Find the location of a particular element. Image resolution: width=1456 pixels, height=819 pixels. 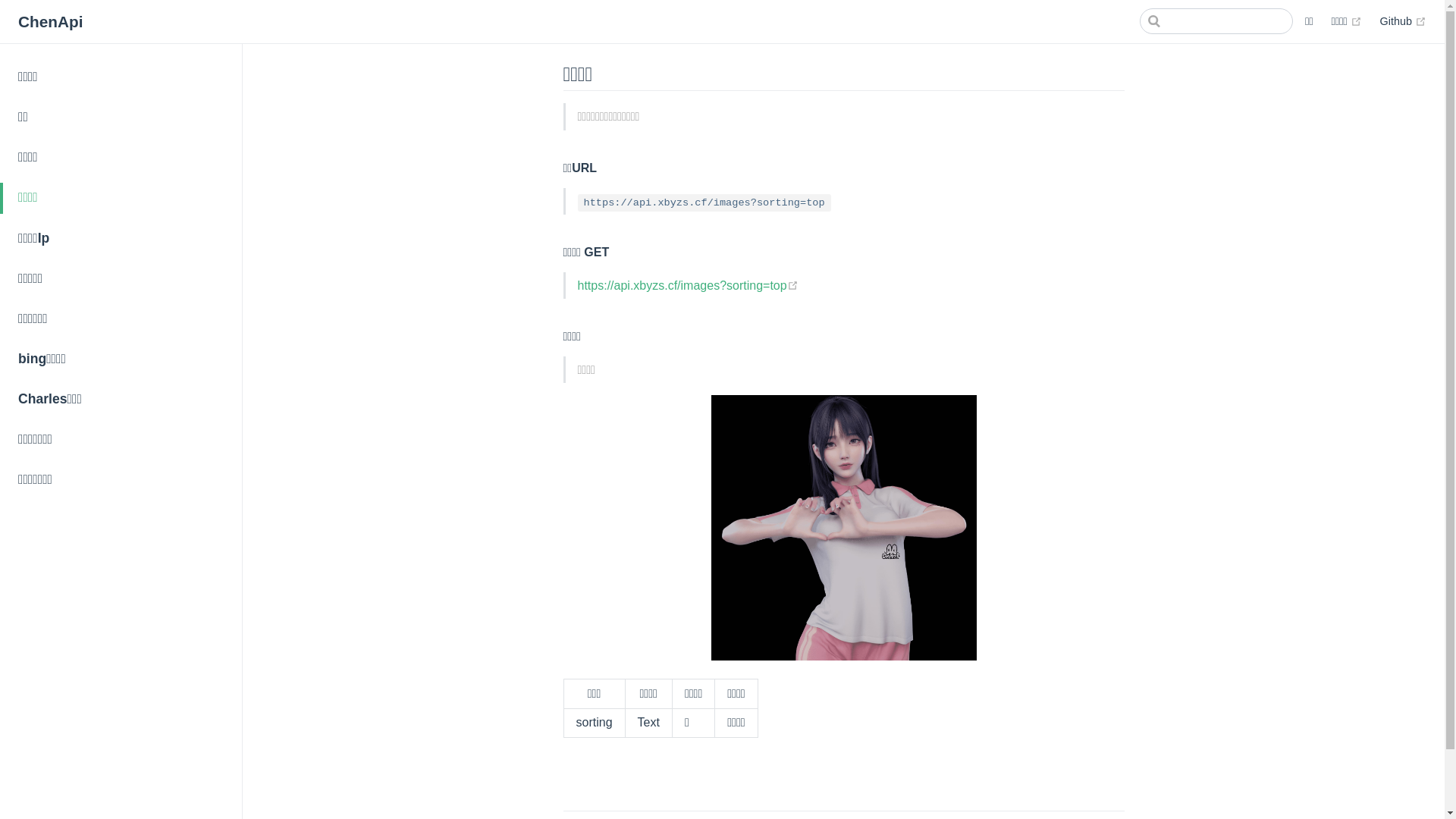

'Github is located at coordinates (1379, 20).